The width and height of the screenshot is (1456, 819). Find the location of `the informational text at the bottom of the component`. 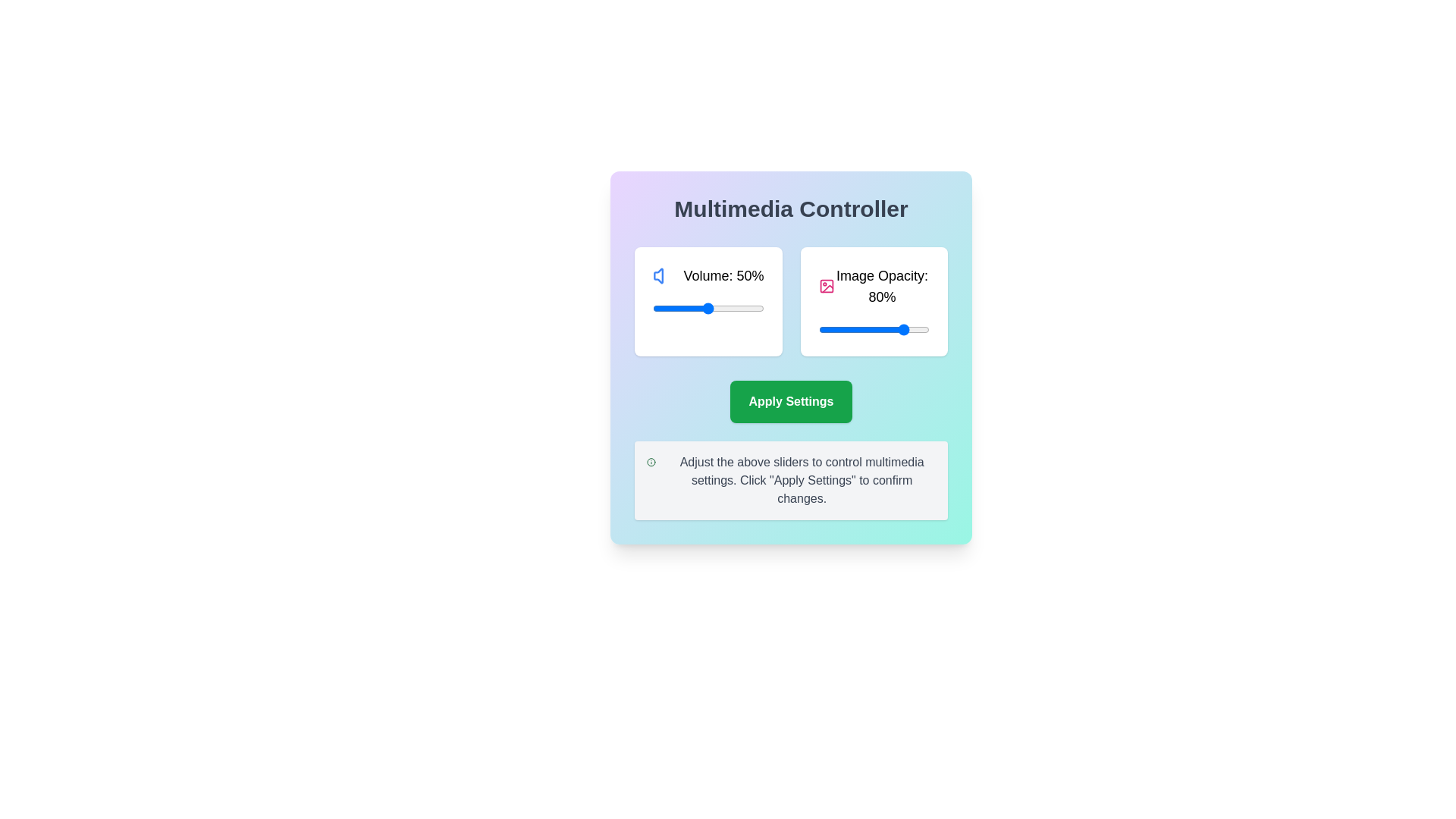

the informational text at the bottom of the component is located at coordinates (790, 480).